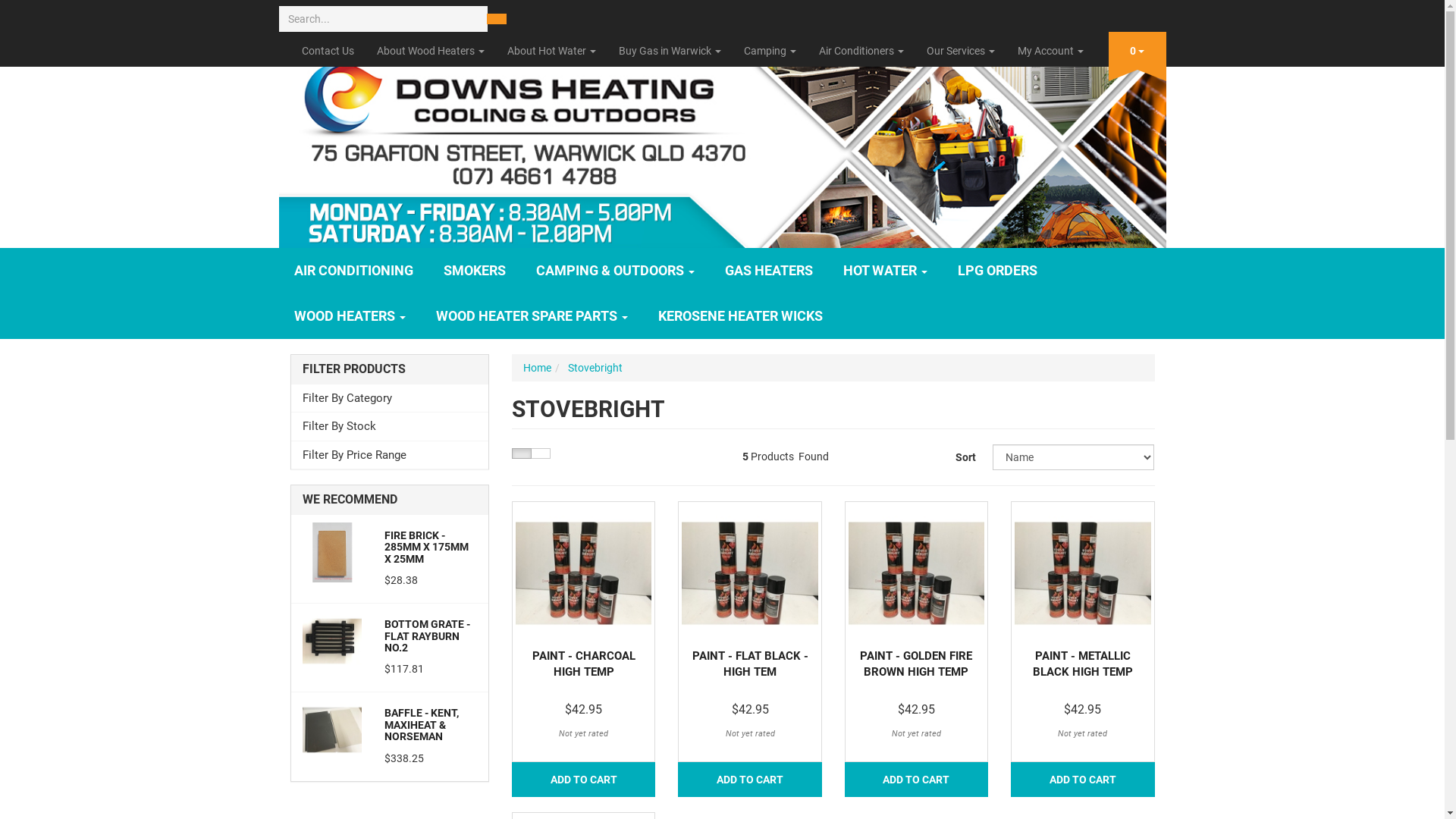 This screenshot has height=819, width=1456. I want to click on 'Contact Us', so click(326, 49).